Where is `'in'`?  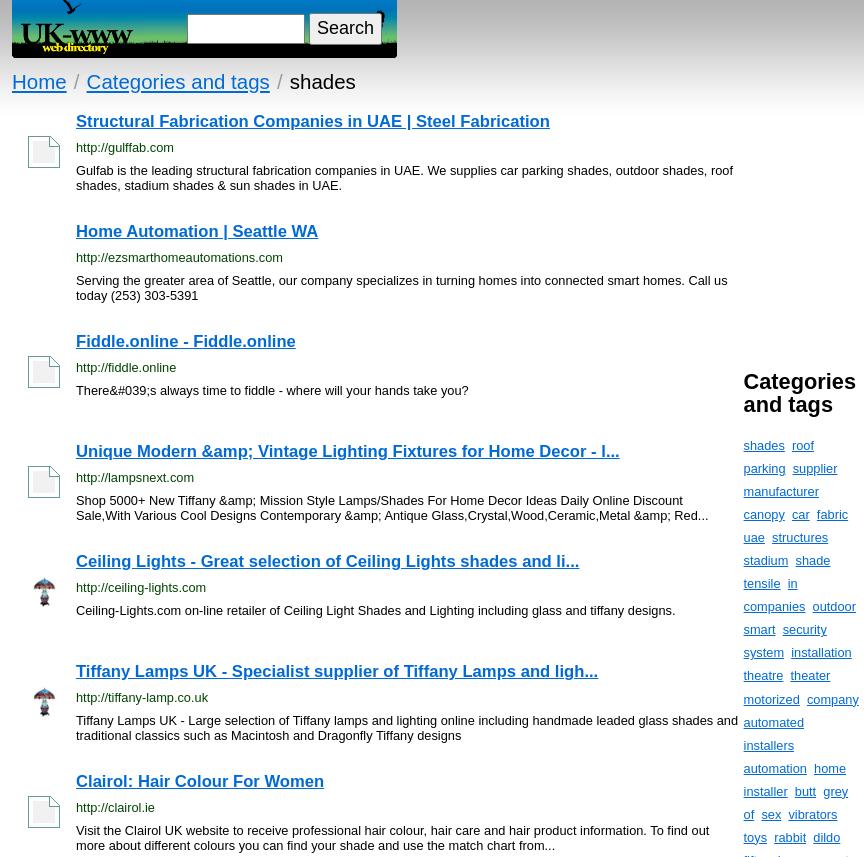
'in' is located at coordinates (786, 583).